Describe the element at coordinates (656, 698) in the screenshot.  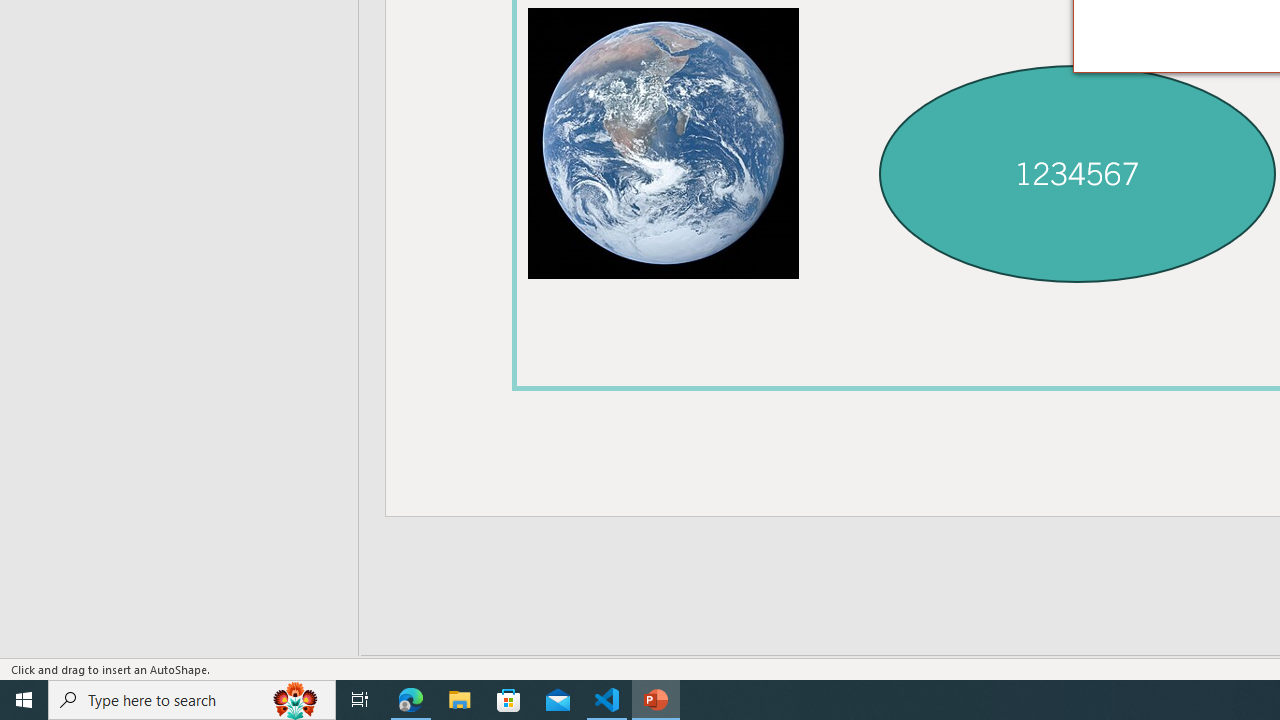
I see `'PowerPoint - 1 running window'` at that location.